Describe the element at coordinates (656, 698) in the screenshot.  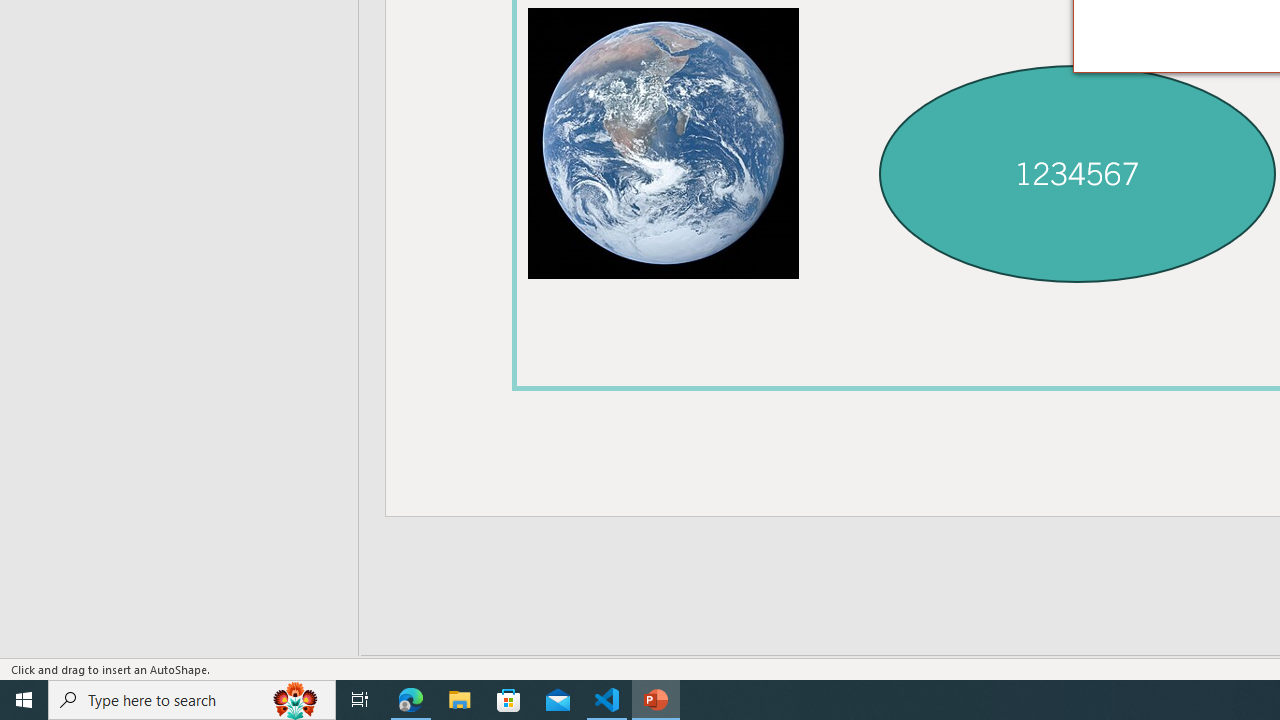
I see `'PowerPoint - 1 running window'` at that location.